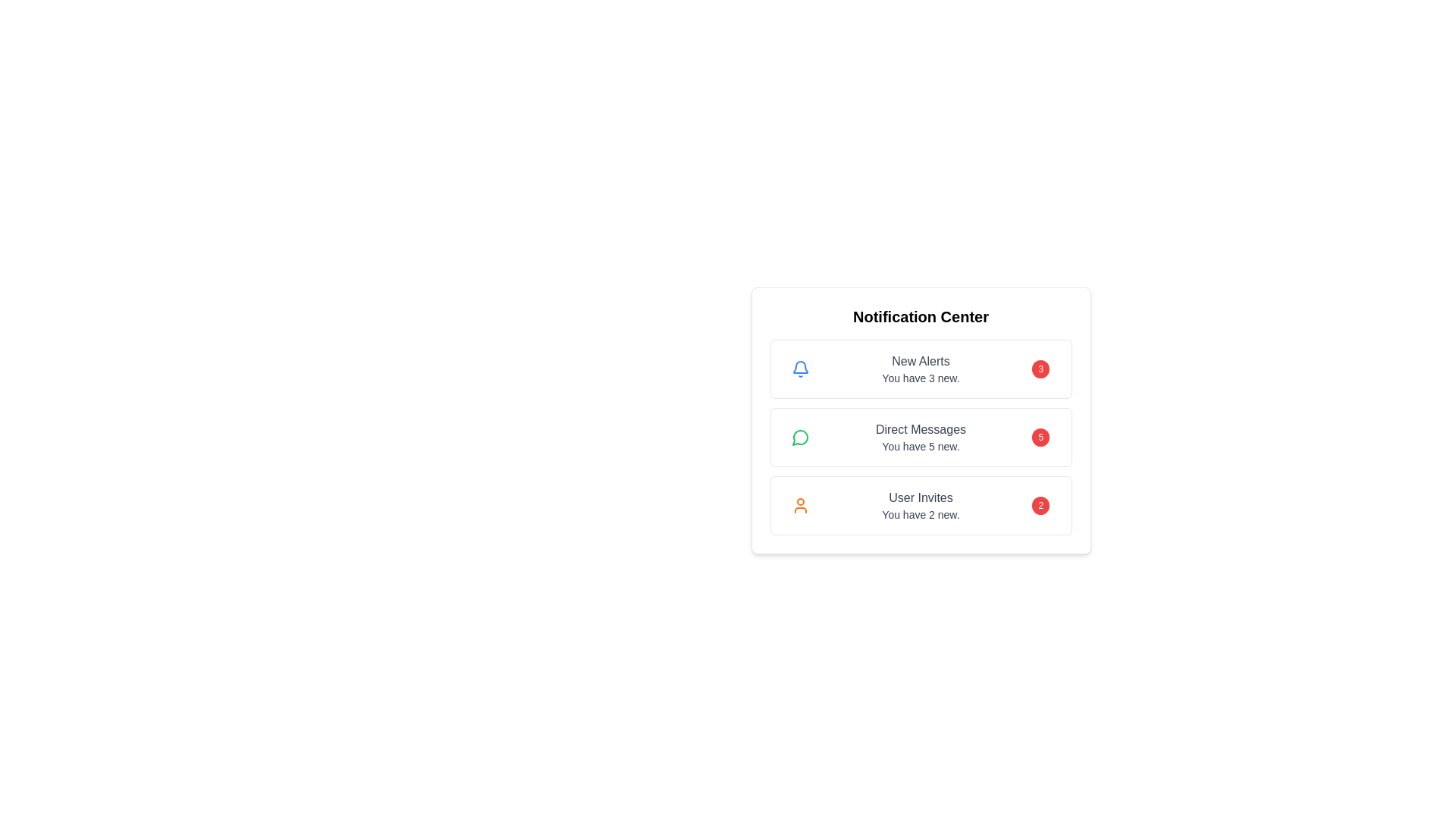 The height and width of the screenshot is (819, 1456). Describe the element at coordinates (800, 438) in the screenshot. I see `the green circular chat bubble icon in the 'Direct Messages' section, located in the second row of the notification list, adjacent to the text 'Direct MessagesYou have 5 new.'` at that location.